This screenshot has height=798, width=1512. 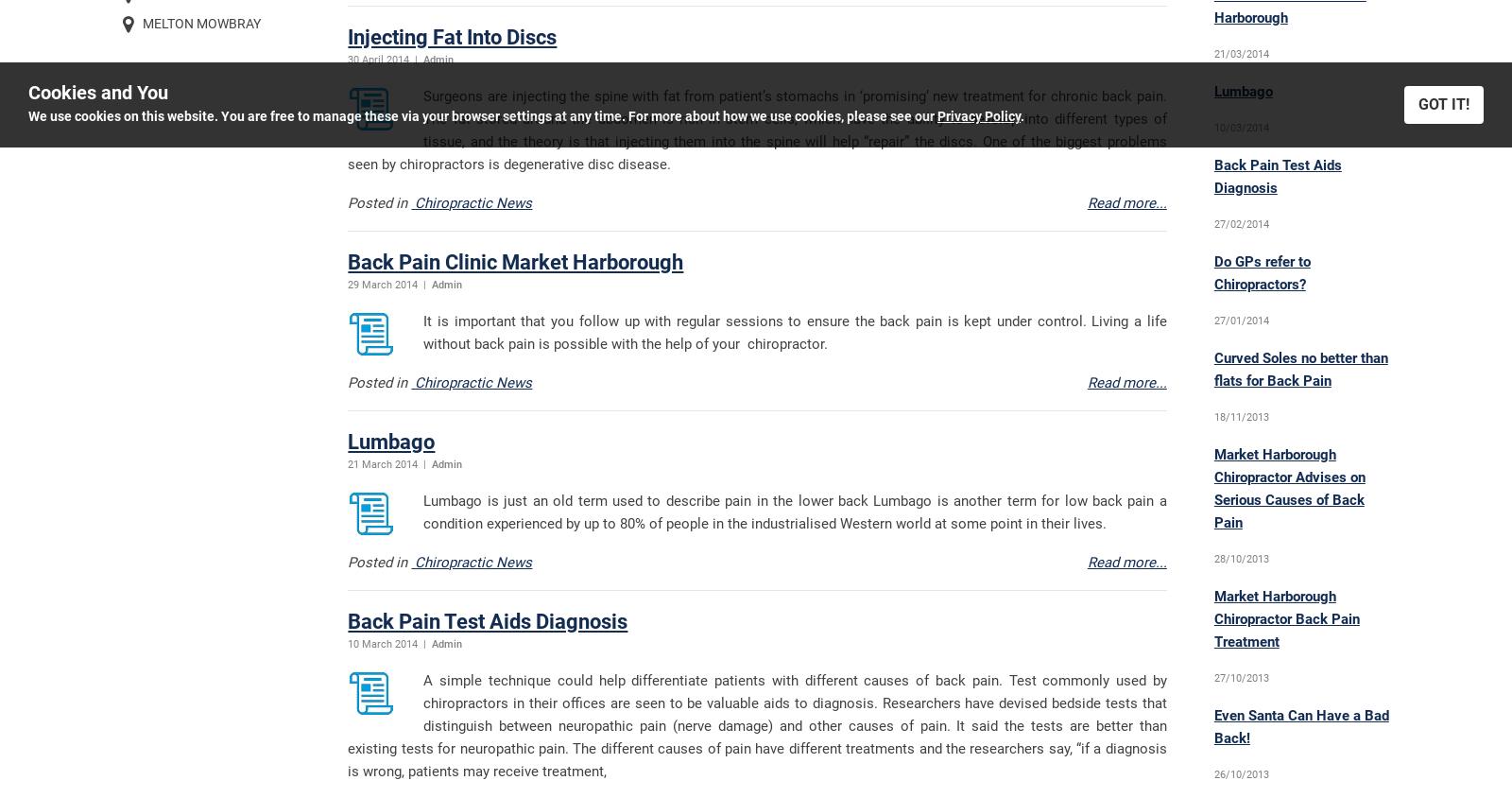 What do you see at coordinates (1239, 128) in the screenshot?
I see `'10/03/2014'` at bounding box center [1239, 128].